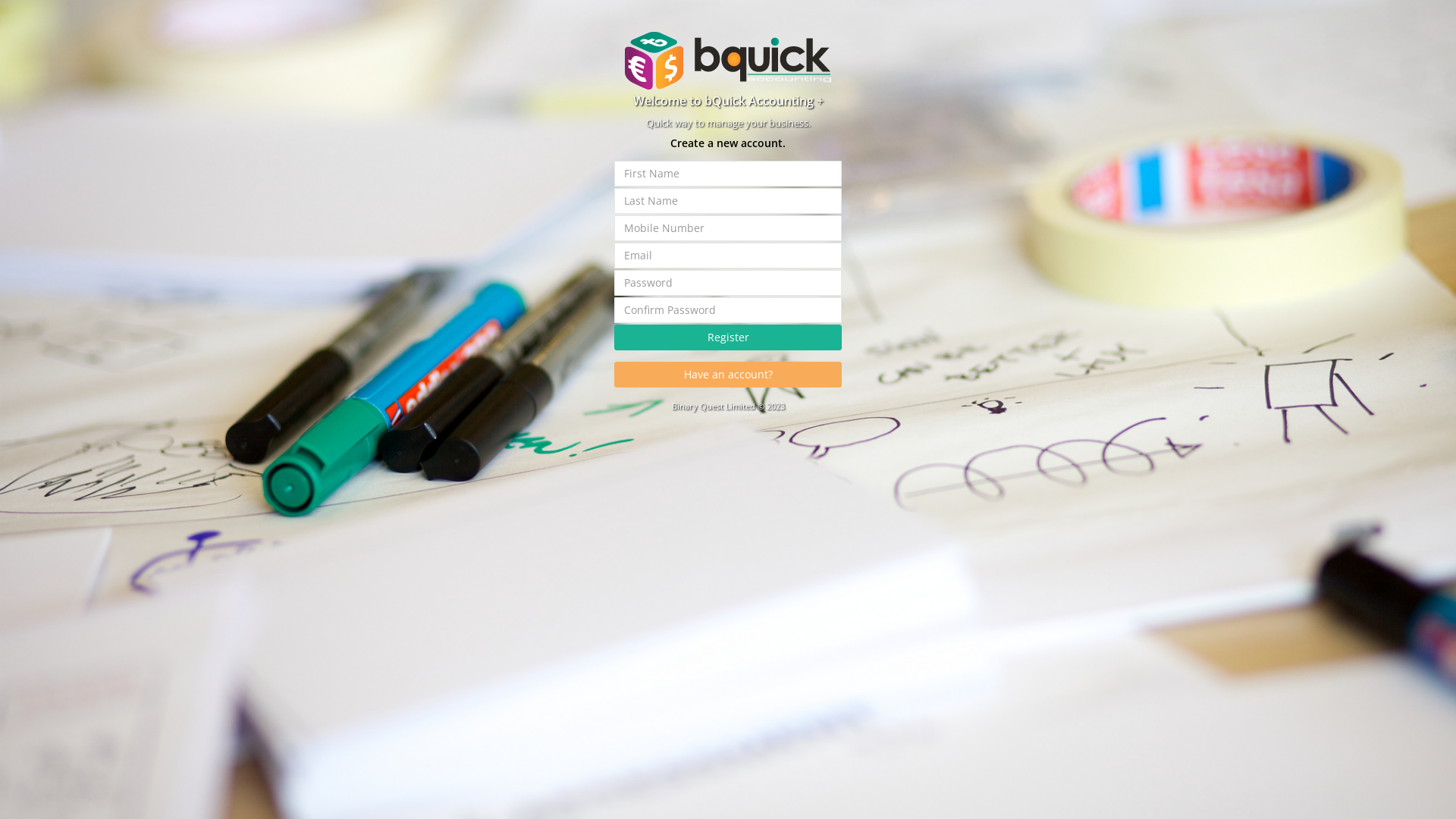 Image resolution: width=1456 pixels, height=819 pixels. I want to click on 'Have an account?', so click(614, 374).